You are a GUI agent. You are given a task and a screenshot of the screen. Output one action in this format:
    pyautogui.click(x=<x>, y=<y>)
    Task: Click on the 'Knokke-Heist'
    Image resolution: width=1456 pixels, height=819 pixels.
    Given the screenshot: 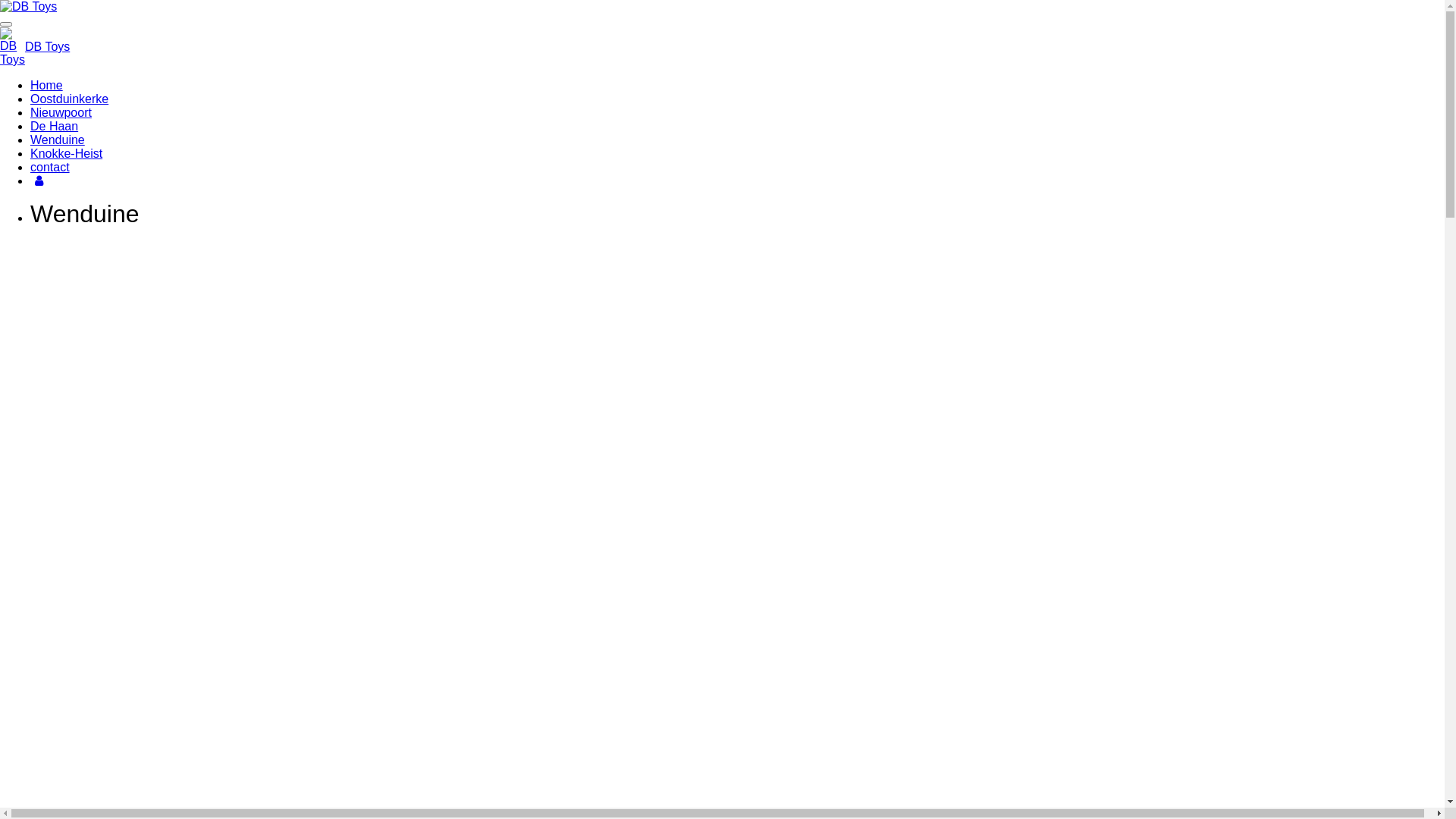 What is the action you would take?
    pyautogui.click(x=65, y=153)
    